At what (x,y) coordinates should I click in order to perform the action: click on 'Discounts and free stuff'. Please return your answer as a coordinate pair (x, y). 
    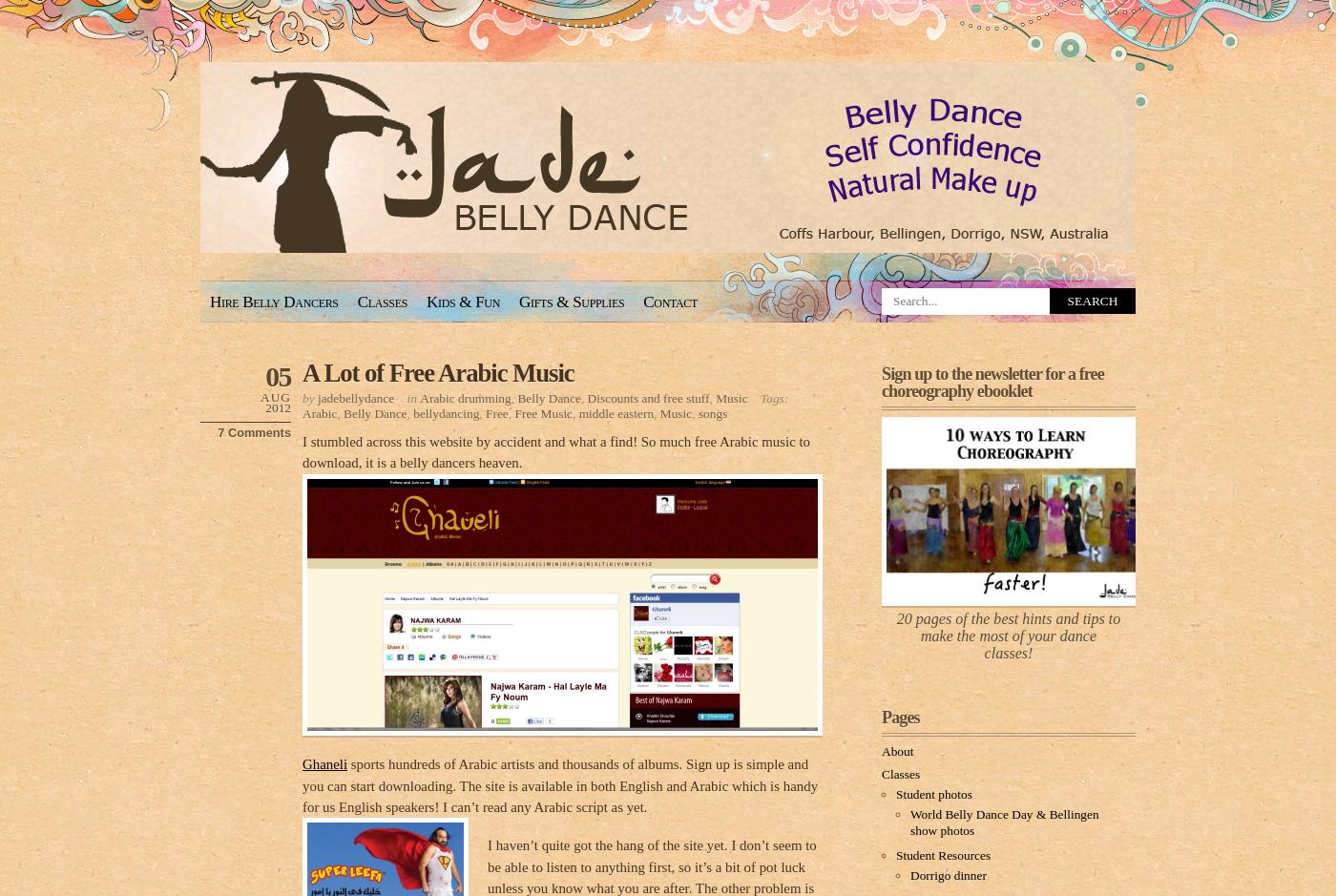
    Looking at the image, I should click on (648, 396).